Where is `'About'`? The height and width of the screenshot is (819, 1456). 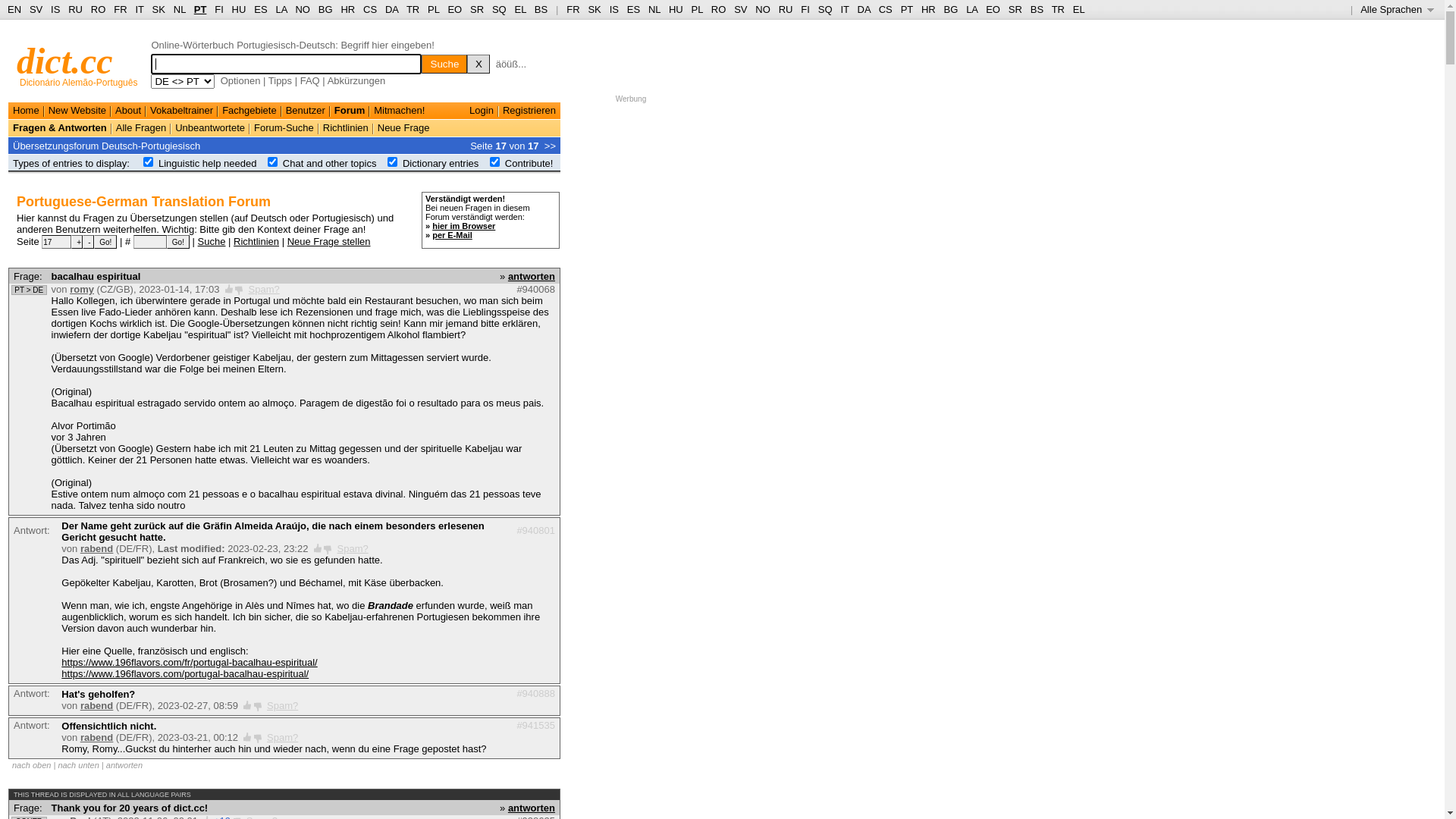
'About' is located at coordinates (115, 109).